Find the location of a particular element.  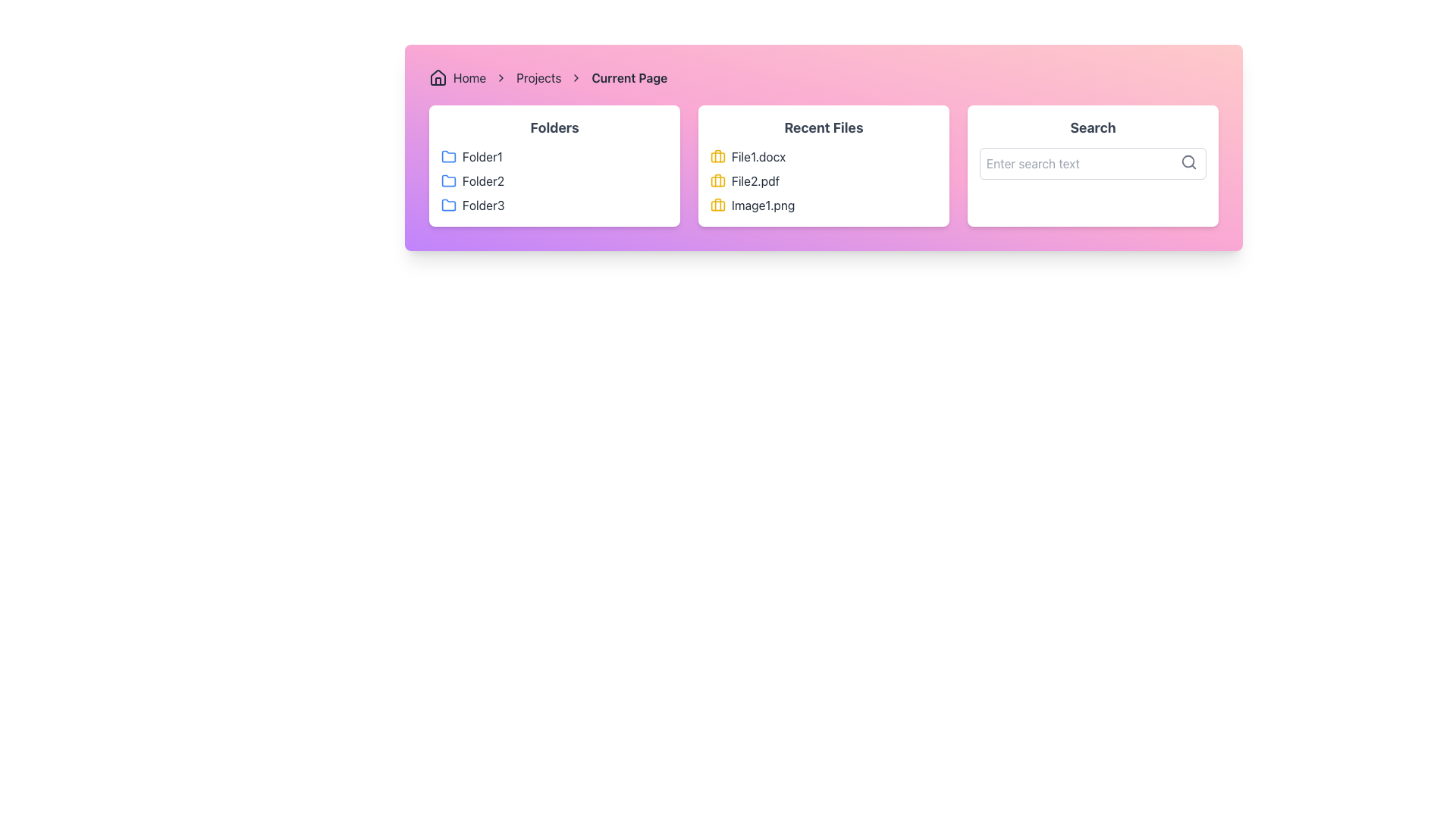

the text label 'Folder1' is located at coordinates (482, 157).